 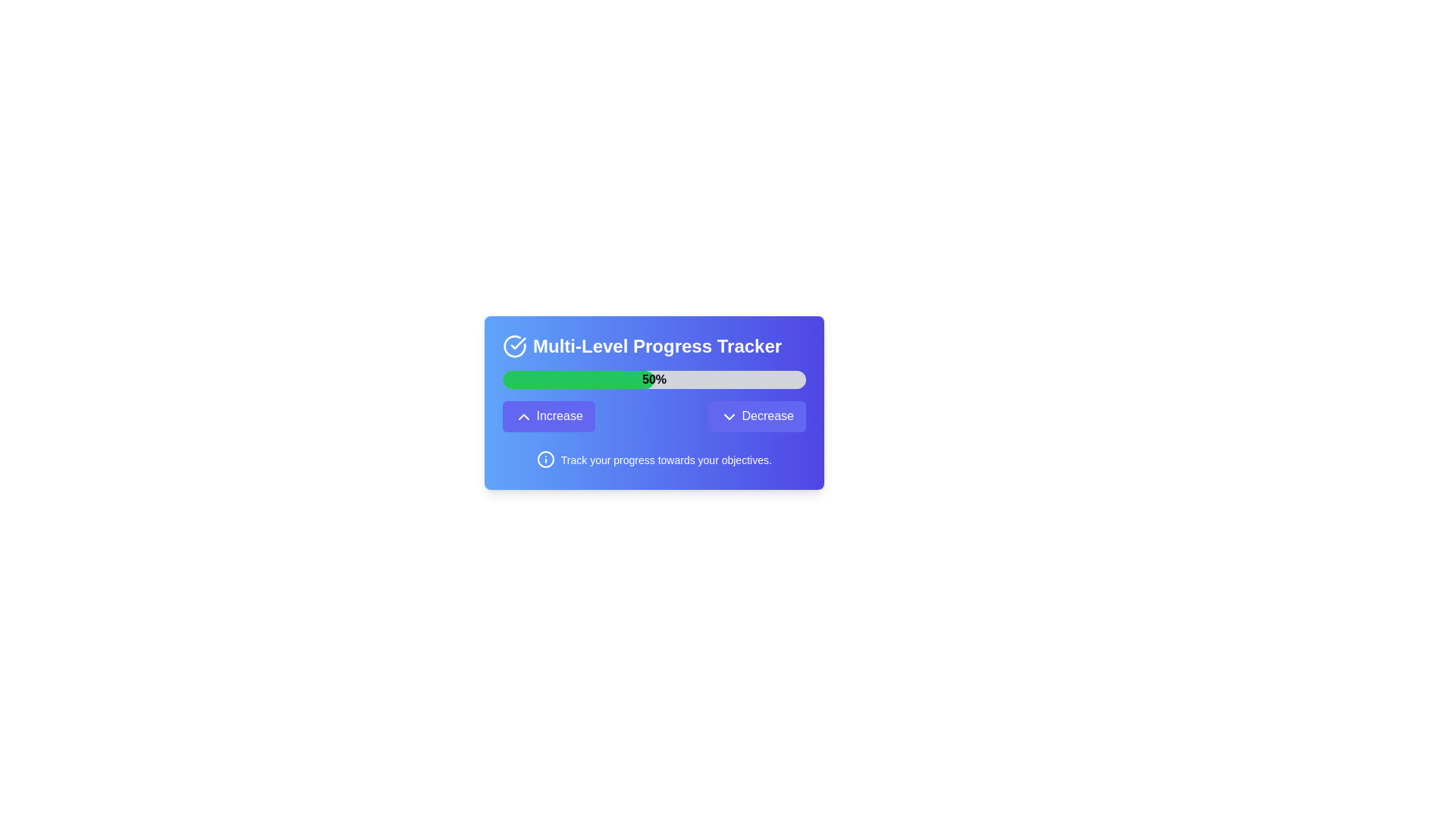 What do you see at coordinates (654, 416) in the screenshot?
I see `keyboard navigation` at bounding box center [654, 416].